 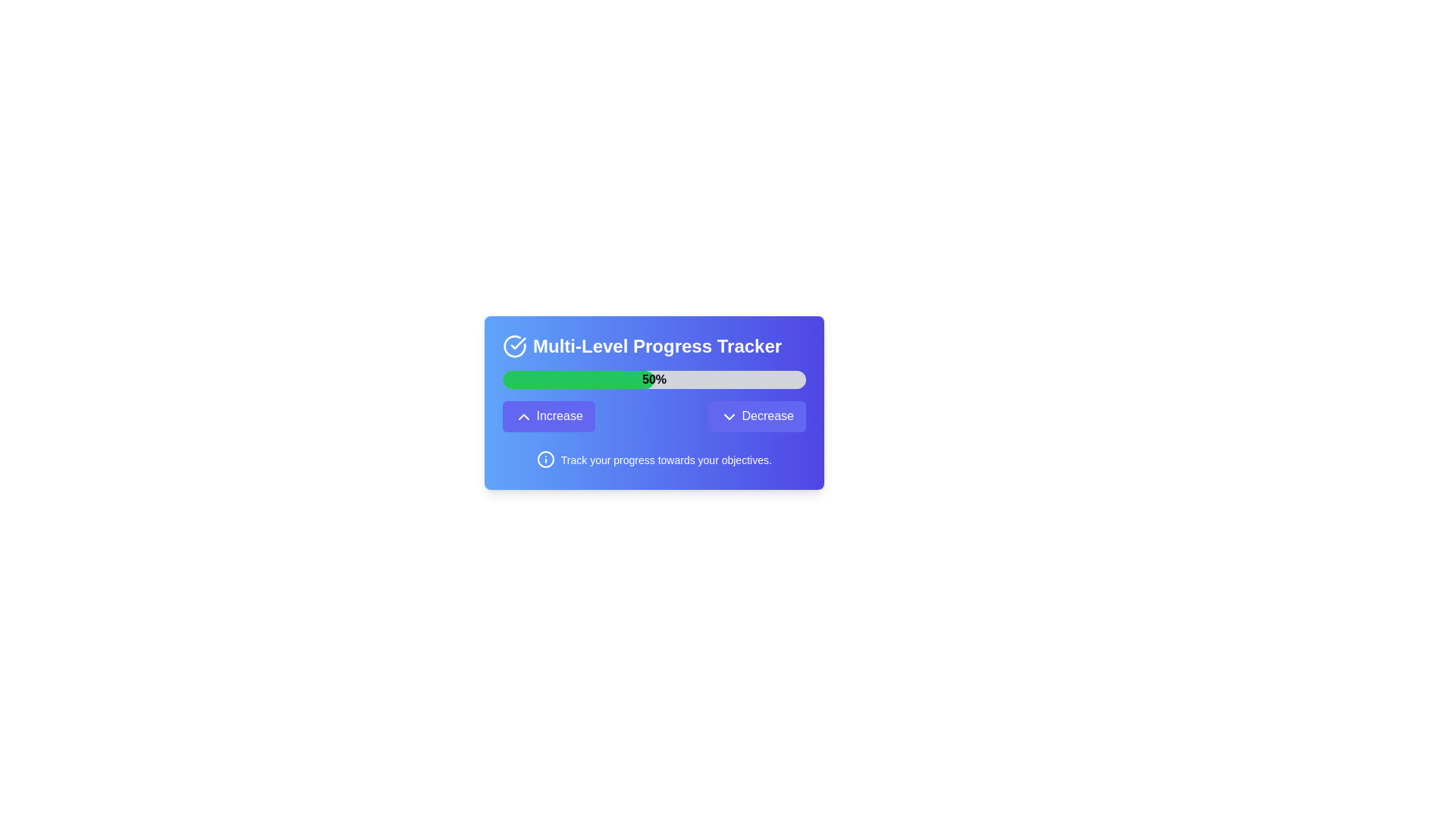 What do you see at coordinates (654, 416) in the screenshot?
I see `keyboard navigation` at bounding box center [654, 416].